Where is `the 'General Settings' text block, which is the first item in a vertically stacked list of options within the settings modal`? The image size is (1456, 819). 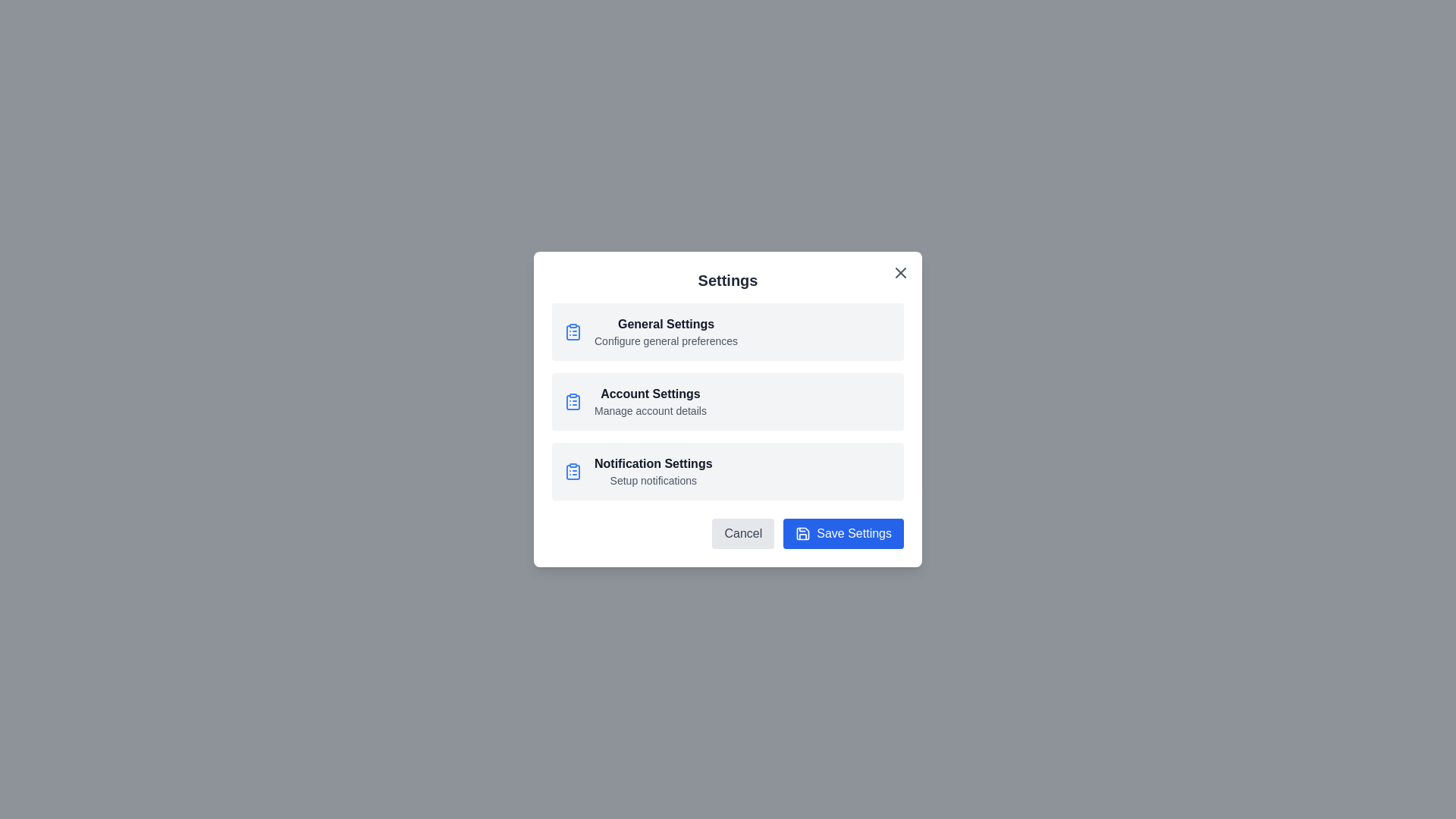
the 'General Settings' text block, which is the first item in a vertically stacked list of options within the settings modal is located at coordinates (666, 331).